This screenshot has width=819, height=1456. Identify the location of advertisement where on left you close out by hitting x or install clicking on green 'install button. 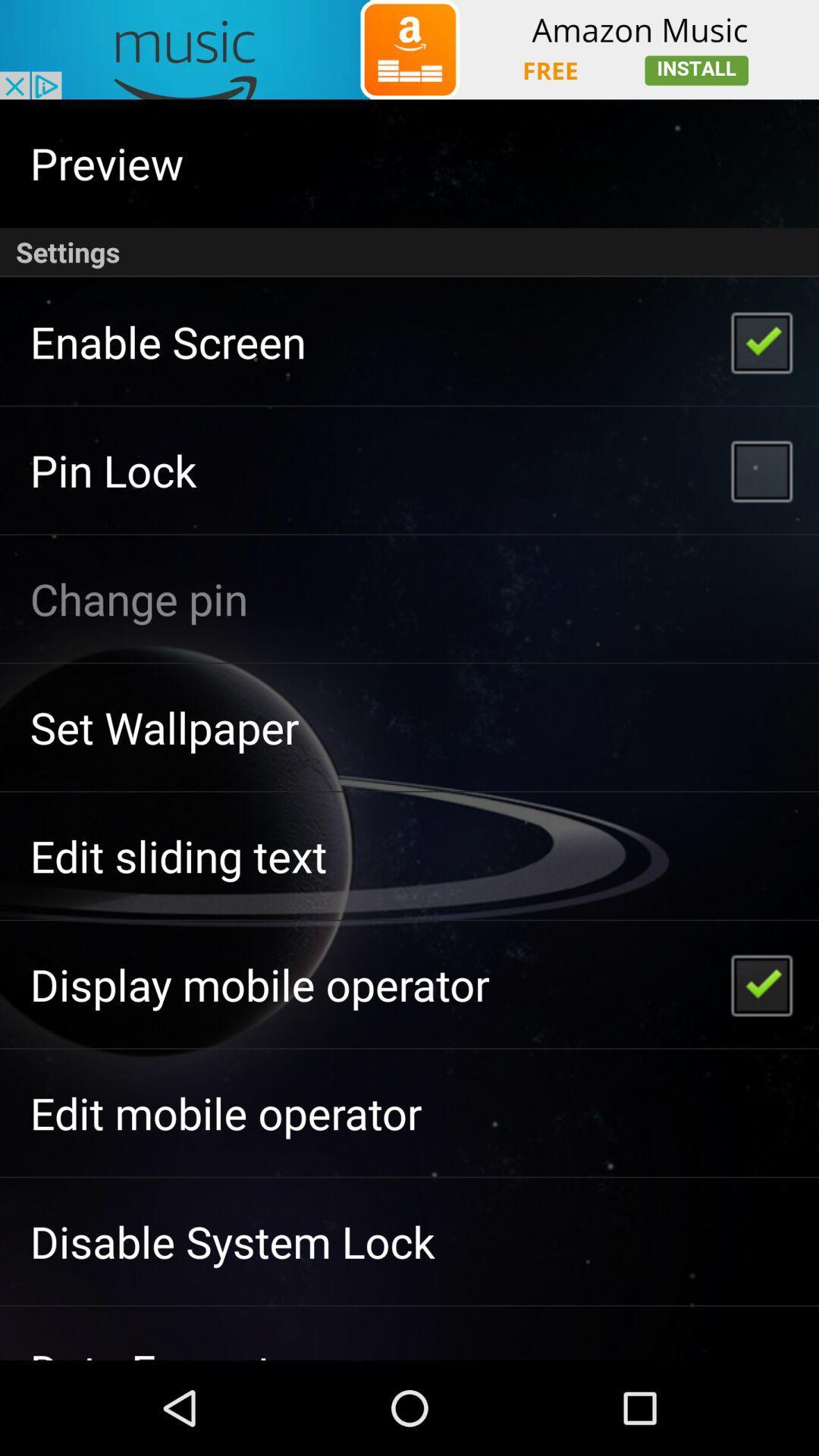
(409, 49).